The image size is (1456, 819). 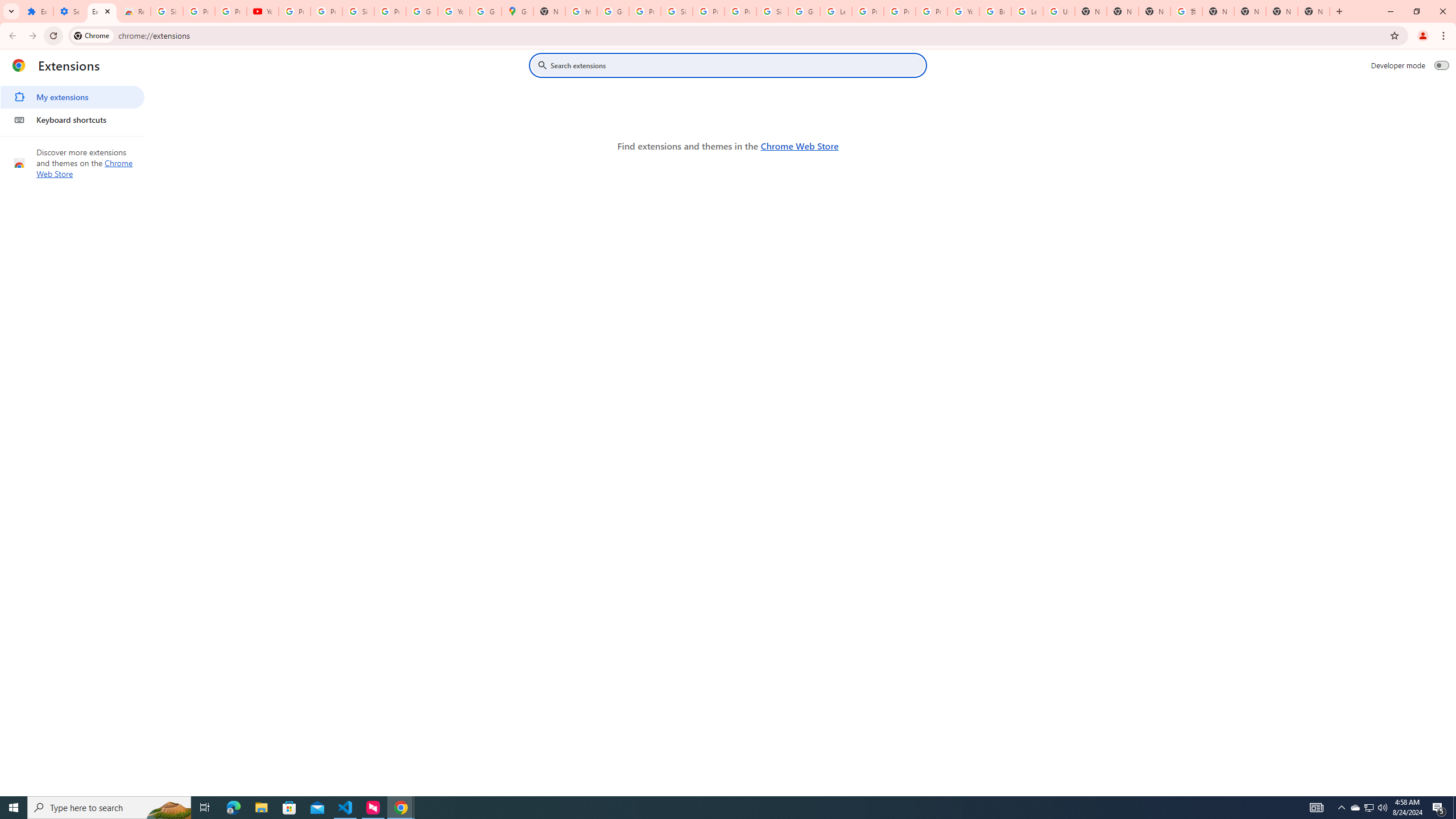 What do you see at coordinates (72, 97) in the screenshot?
I see `'My extensions'` at bounding box center [72, 97].